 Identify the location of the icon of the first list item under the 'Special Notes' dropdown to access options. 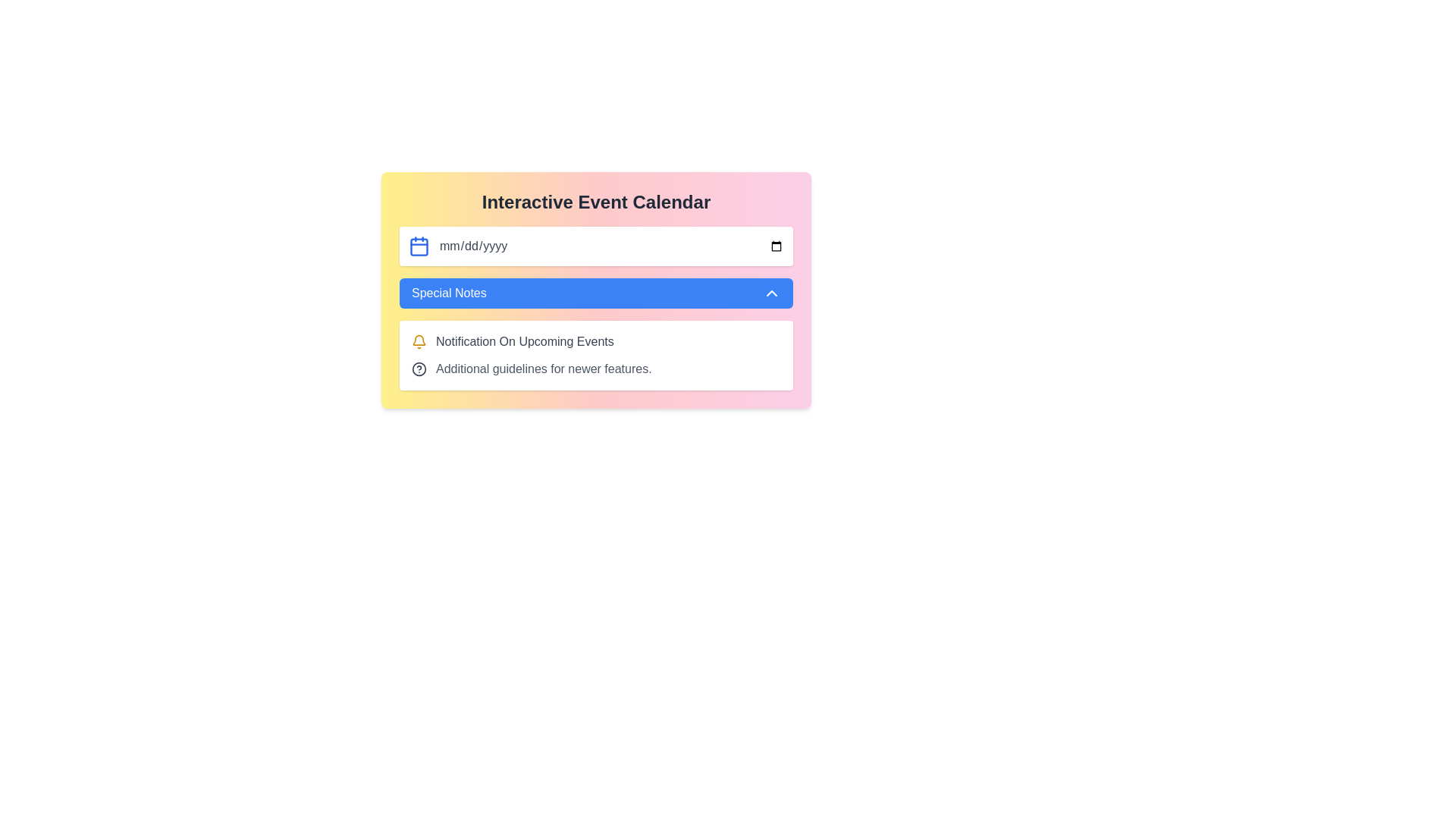
(595, 342).